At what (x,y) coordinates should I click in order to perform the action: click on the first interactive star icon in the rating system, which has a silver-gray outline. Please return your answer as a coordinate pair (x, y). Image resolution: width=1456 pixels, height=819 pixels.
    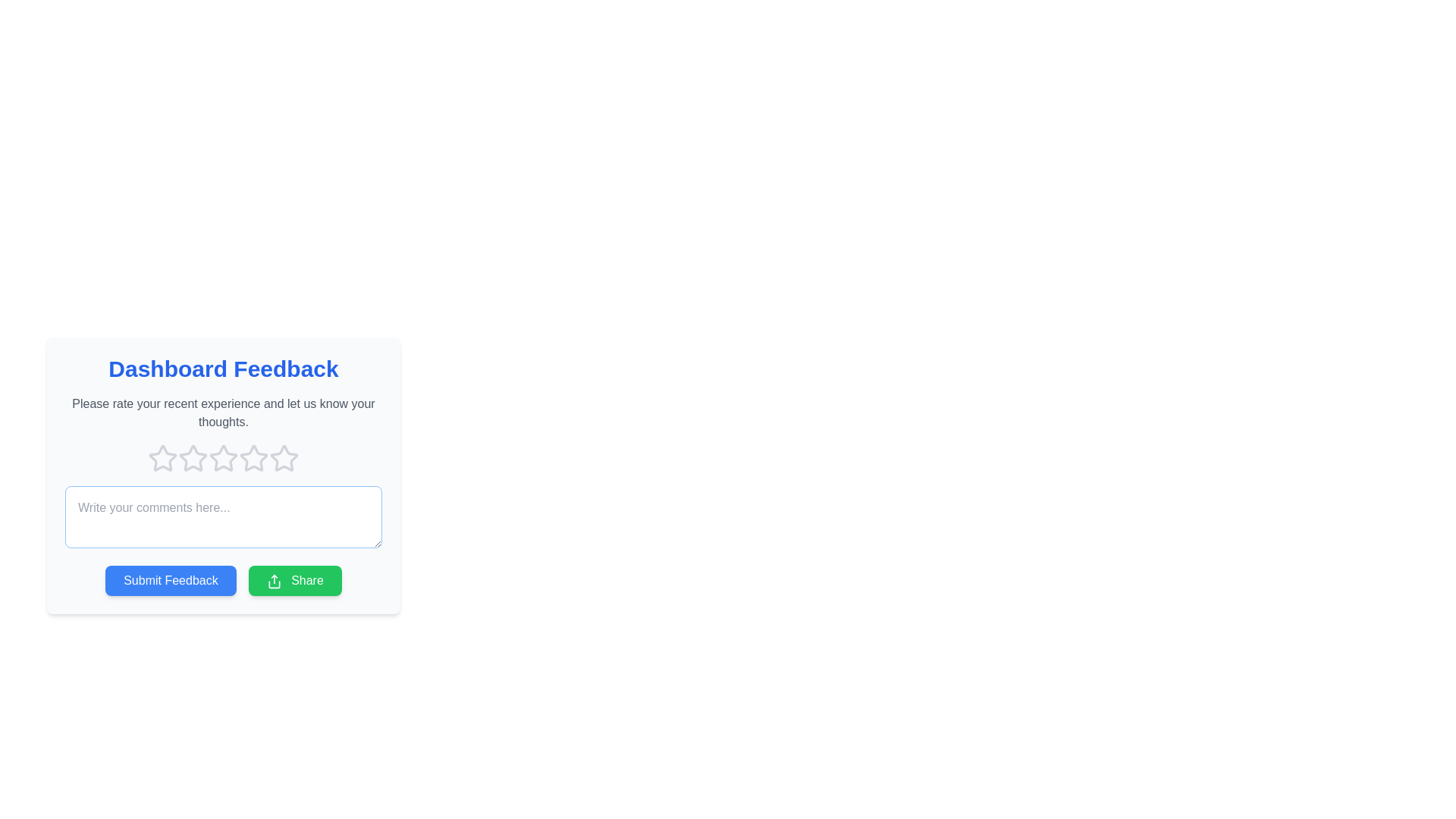
    Looking at the image, I should click on (162, 457).